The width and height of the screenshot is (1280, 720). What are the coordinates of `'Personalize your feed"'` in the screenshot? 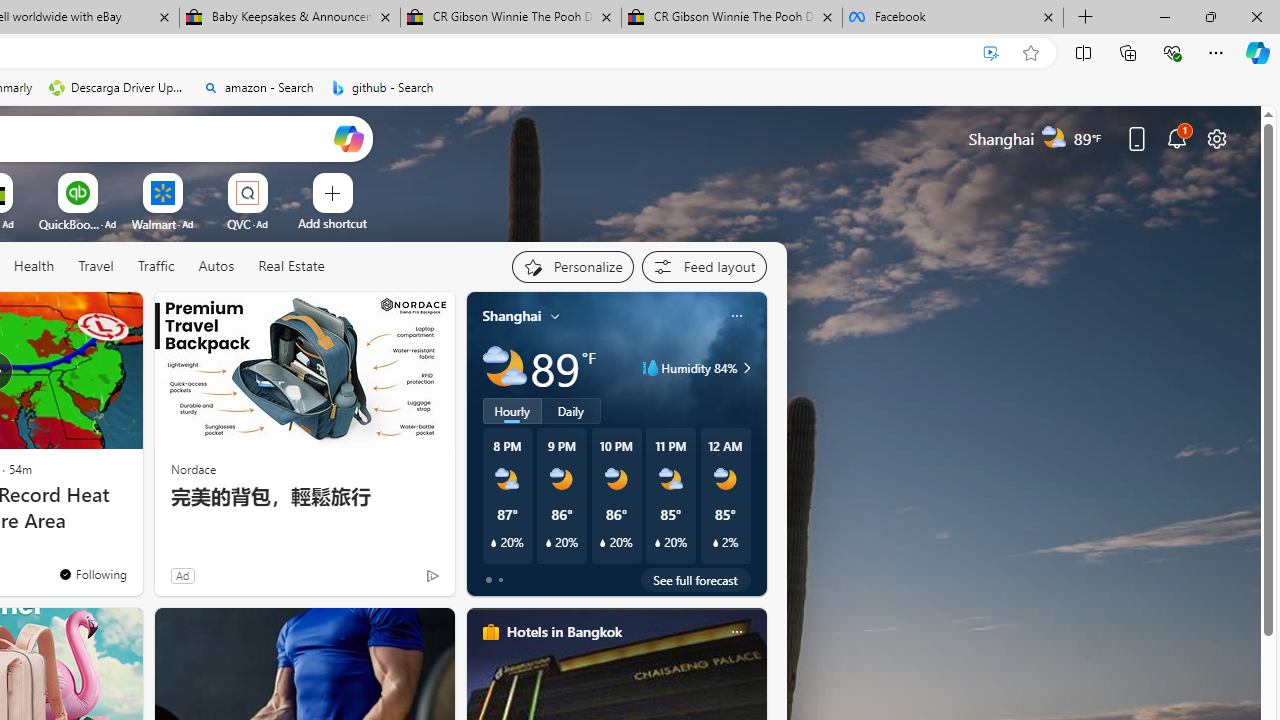 It's located at (571, 266).